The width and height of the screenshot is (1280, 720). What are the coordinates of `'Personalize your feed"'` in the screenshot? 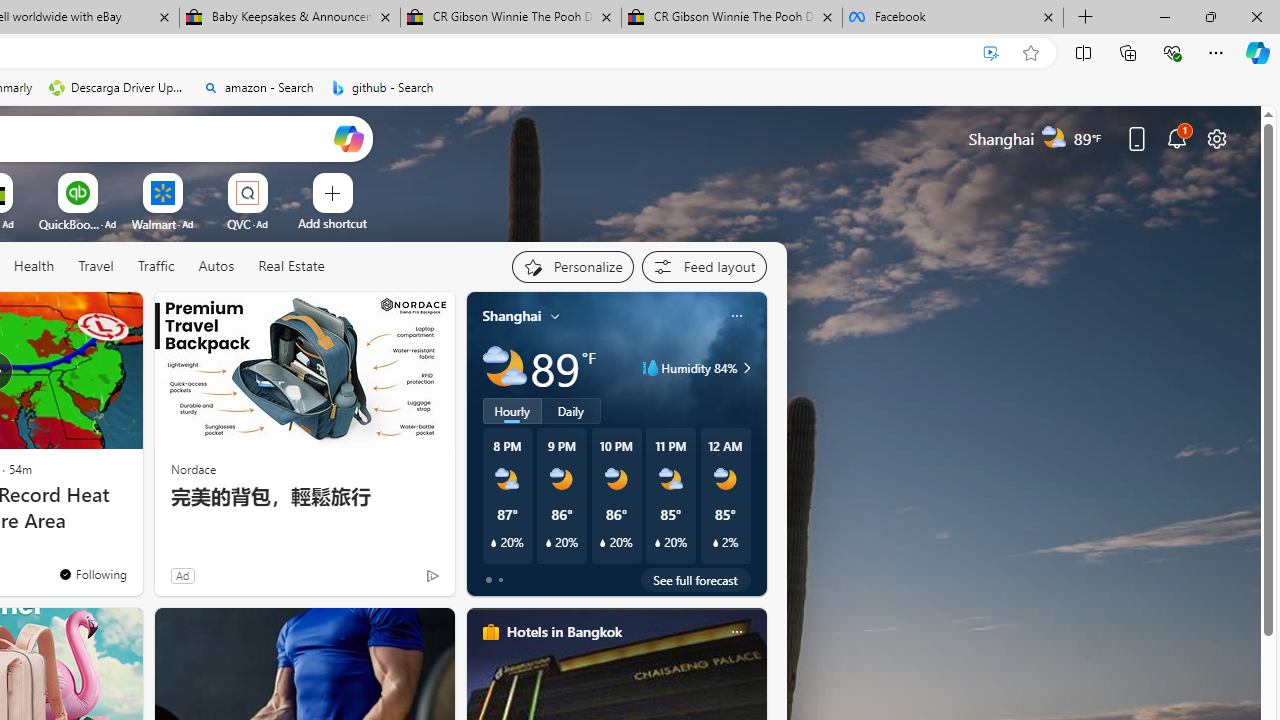 It's located at (571, 266).